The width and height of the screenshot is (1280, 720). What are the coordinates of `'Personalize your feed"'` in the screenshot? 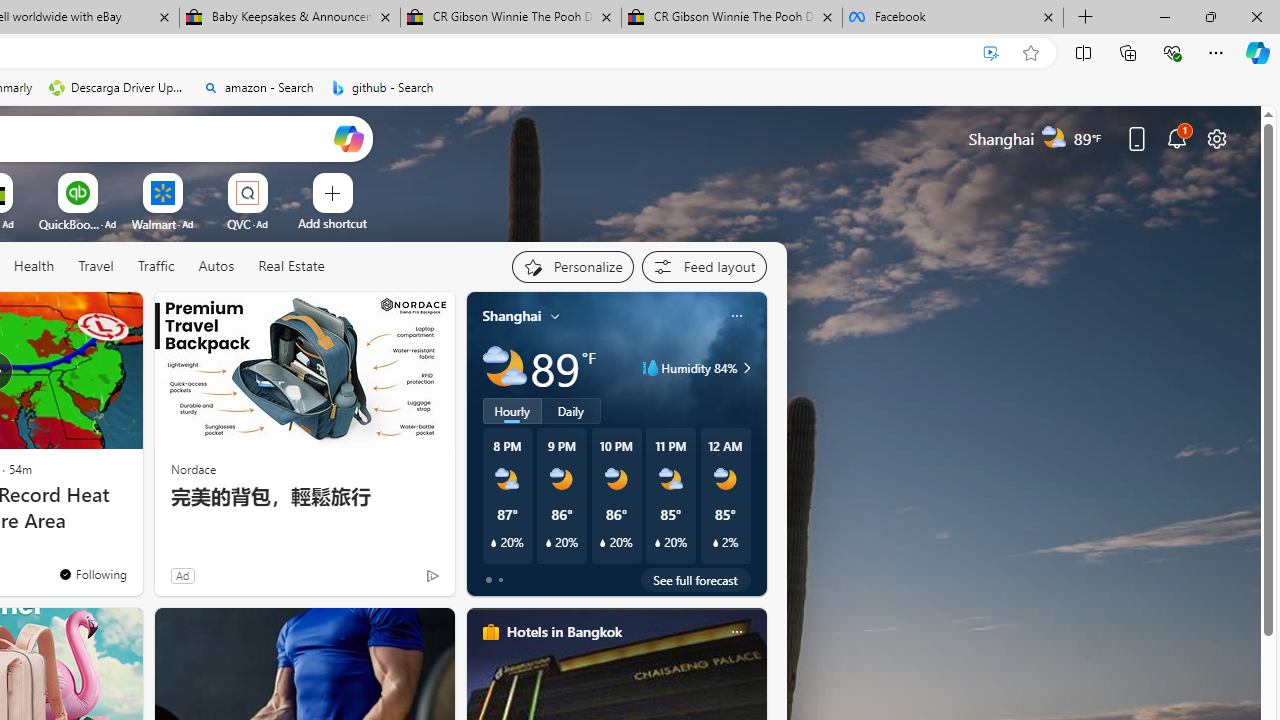 It's located at (571, 266).